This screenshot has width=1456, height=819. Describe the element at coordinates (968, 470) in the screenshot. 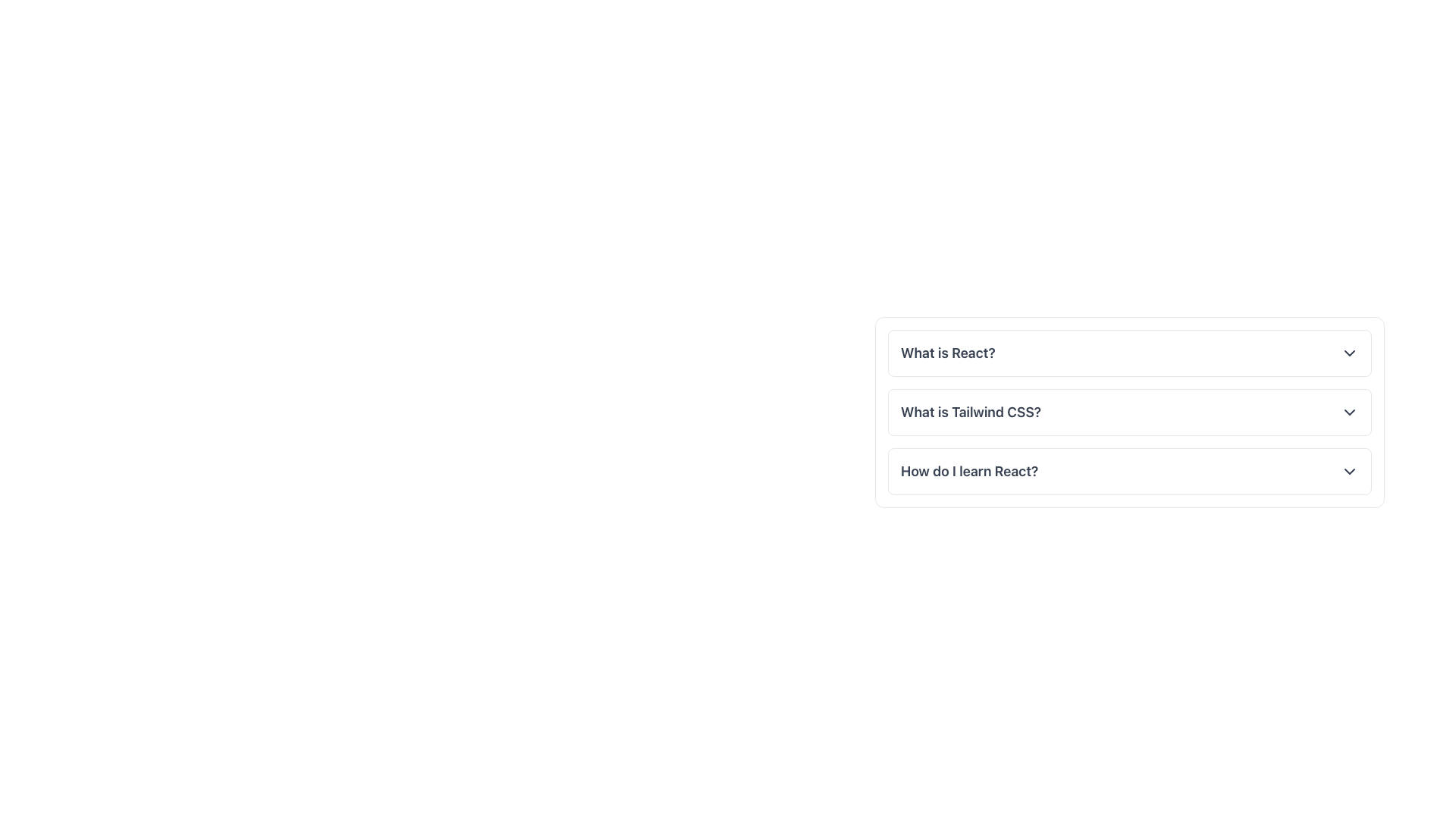

I see `the static text element displaying 'How do I learn React?' which is the primary content of the third item in a vertically stacked accordion list` at that location.